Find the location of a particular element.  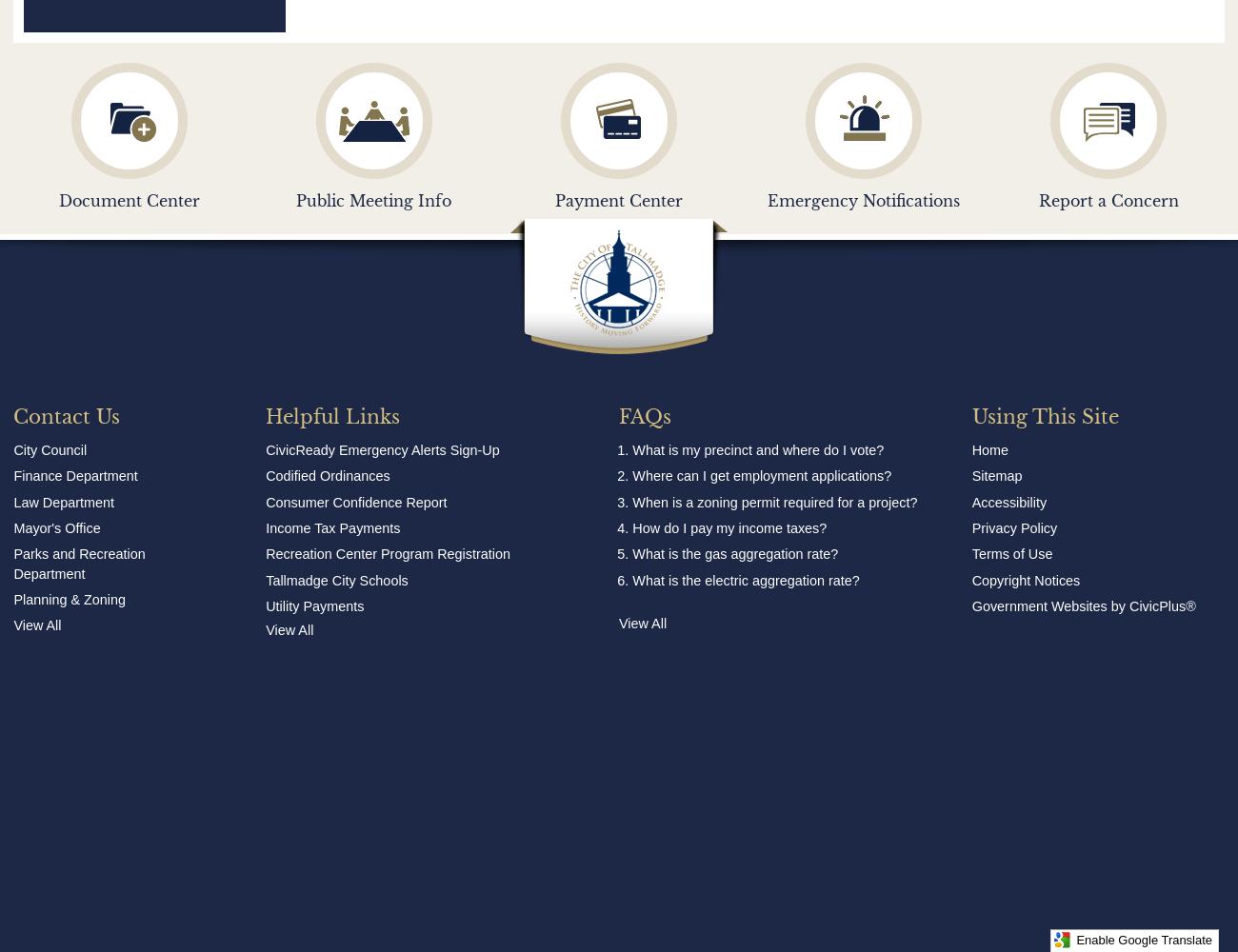

'Planning & Zoning' is located at coordinates (70, 599).